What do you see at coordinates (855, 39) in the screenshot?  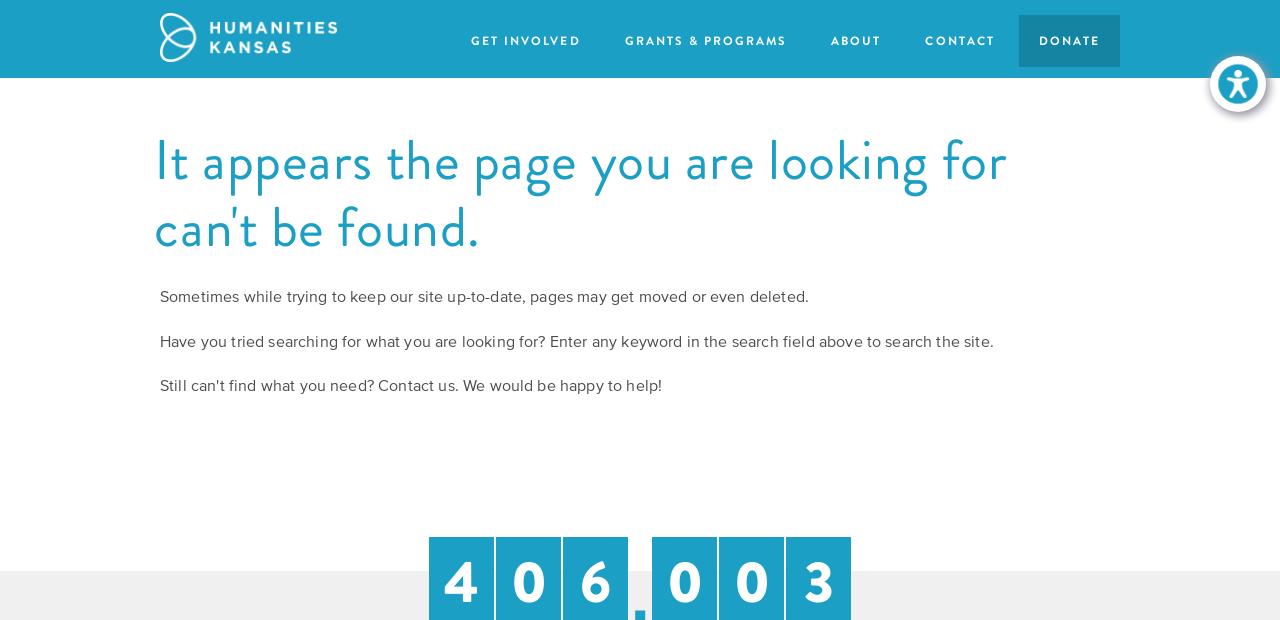 I see `'About'` at bounding box center [855, 39].